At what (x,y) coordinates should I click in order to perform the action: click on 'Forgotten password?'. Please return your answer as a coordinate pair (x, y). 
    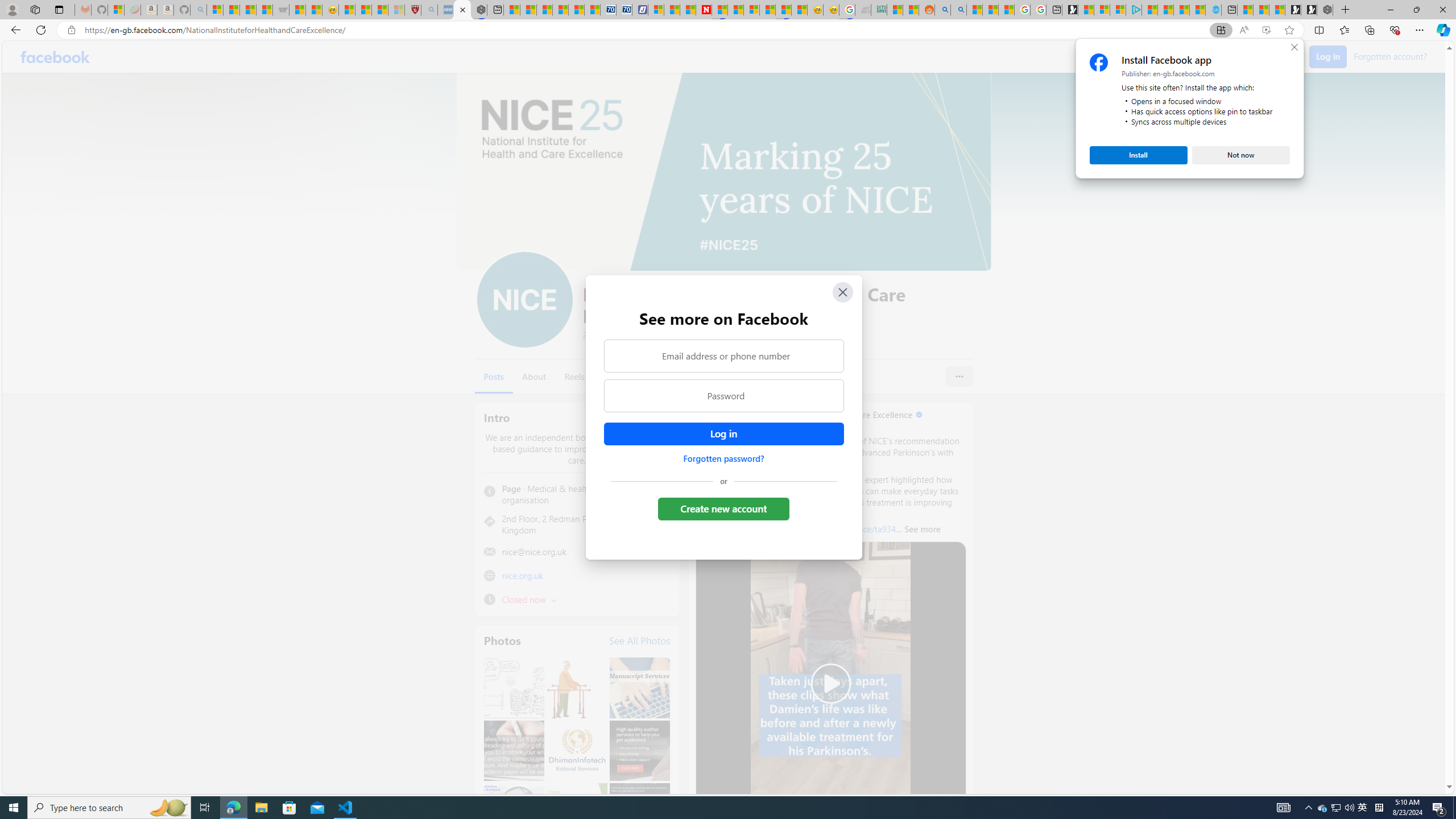
    Looking at the image, I should click on (723, 458).